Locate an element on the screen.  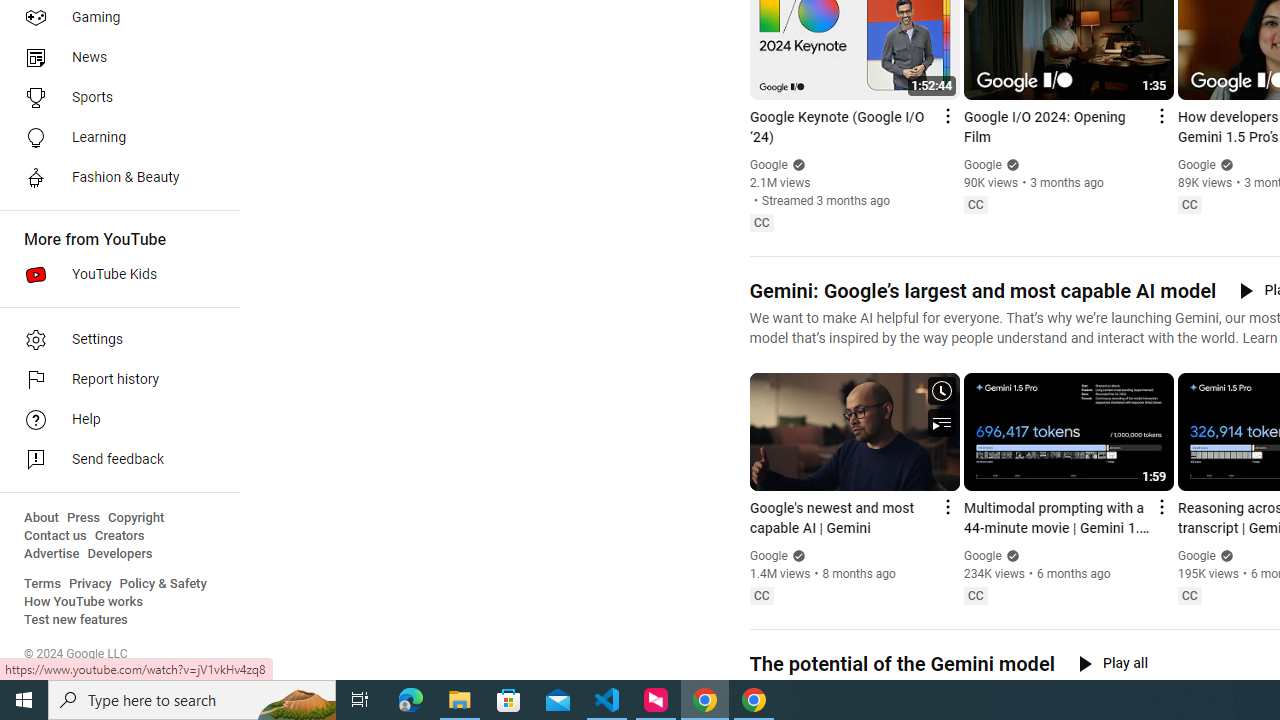
'How YouTube works' is located at coordinates (82, 601).